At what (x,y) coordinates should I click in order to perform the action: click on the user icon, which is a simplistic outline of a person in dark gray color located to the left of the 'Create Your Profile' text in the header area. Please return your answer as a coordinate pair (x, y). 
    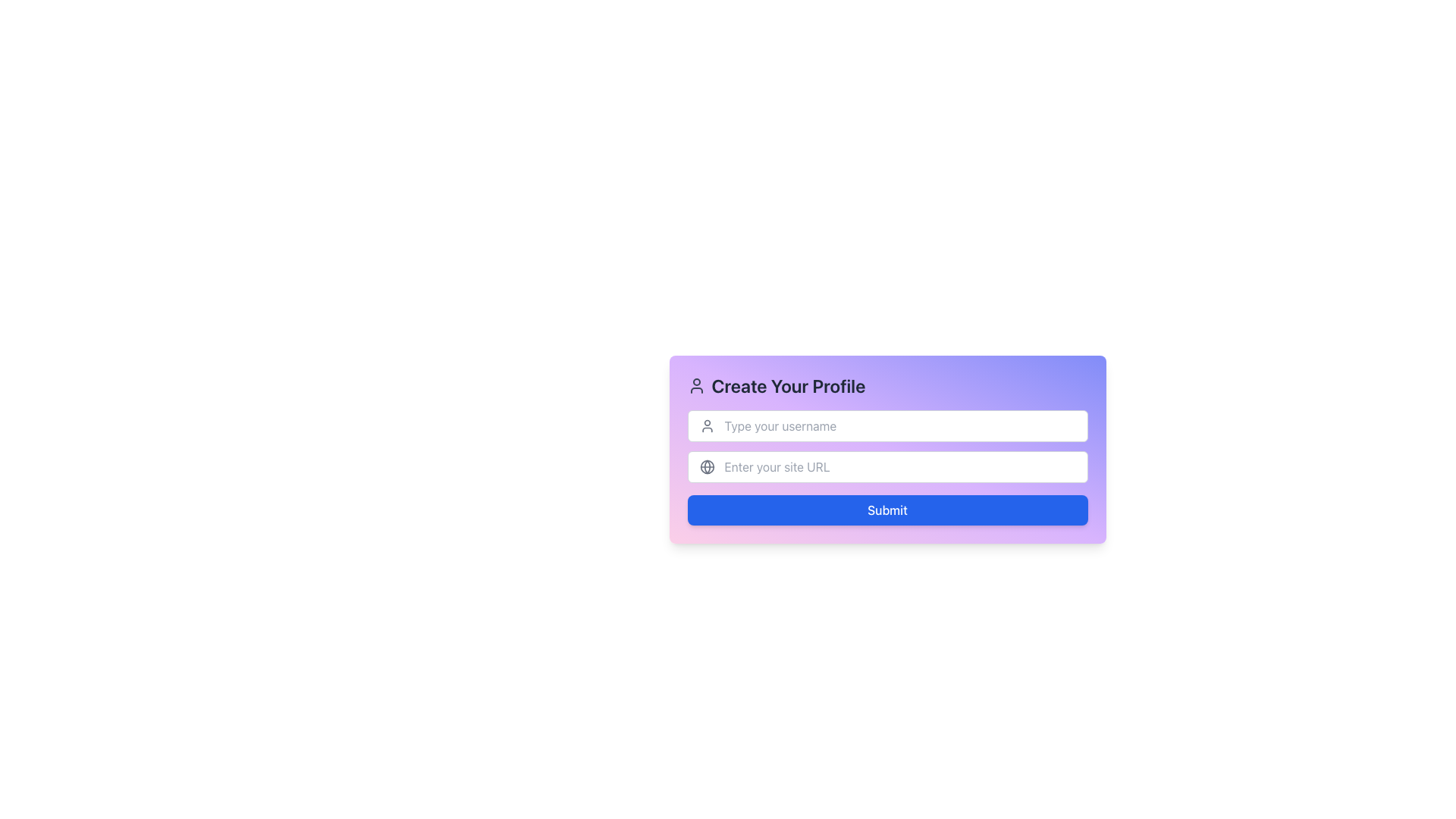
    Looking at the image, I should click on (695, 385).